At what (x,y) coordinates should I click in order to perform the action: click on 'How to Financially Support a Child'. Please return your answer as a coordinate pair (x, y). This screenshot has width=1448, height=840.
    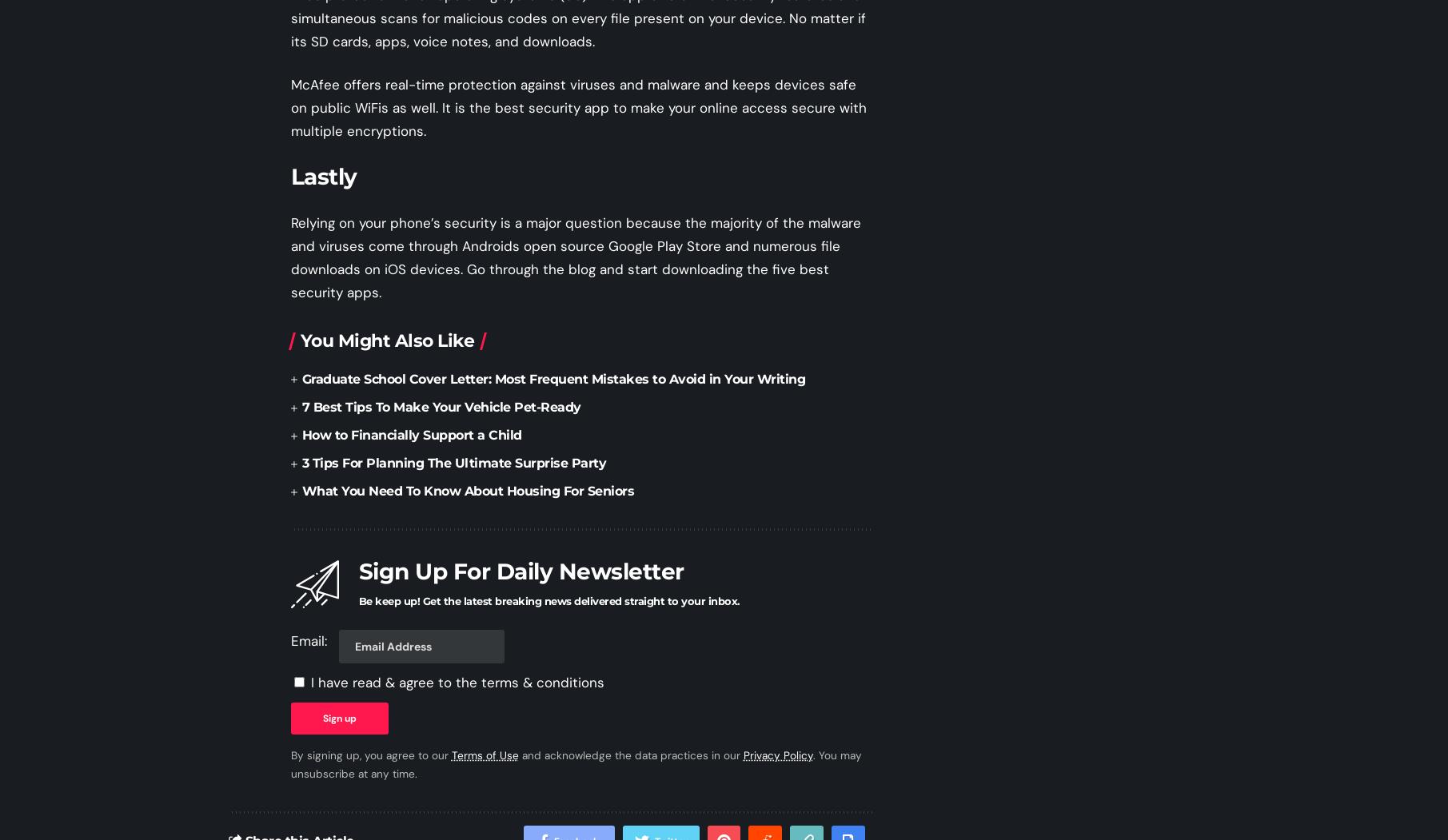
    Looking at the image, I should click on (301, 433).